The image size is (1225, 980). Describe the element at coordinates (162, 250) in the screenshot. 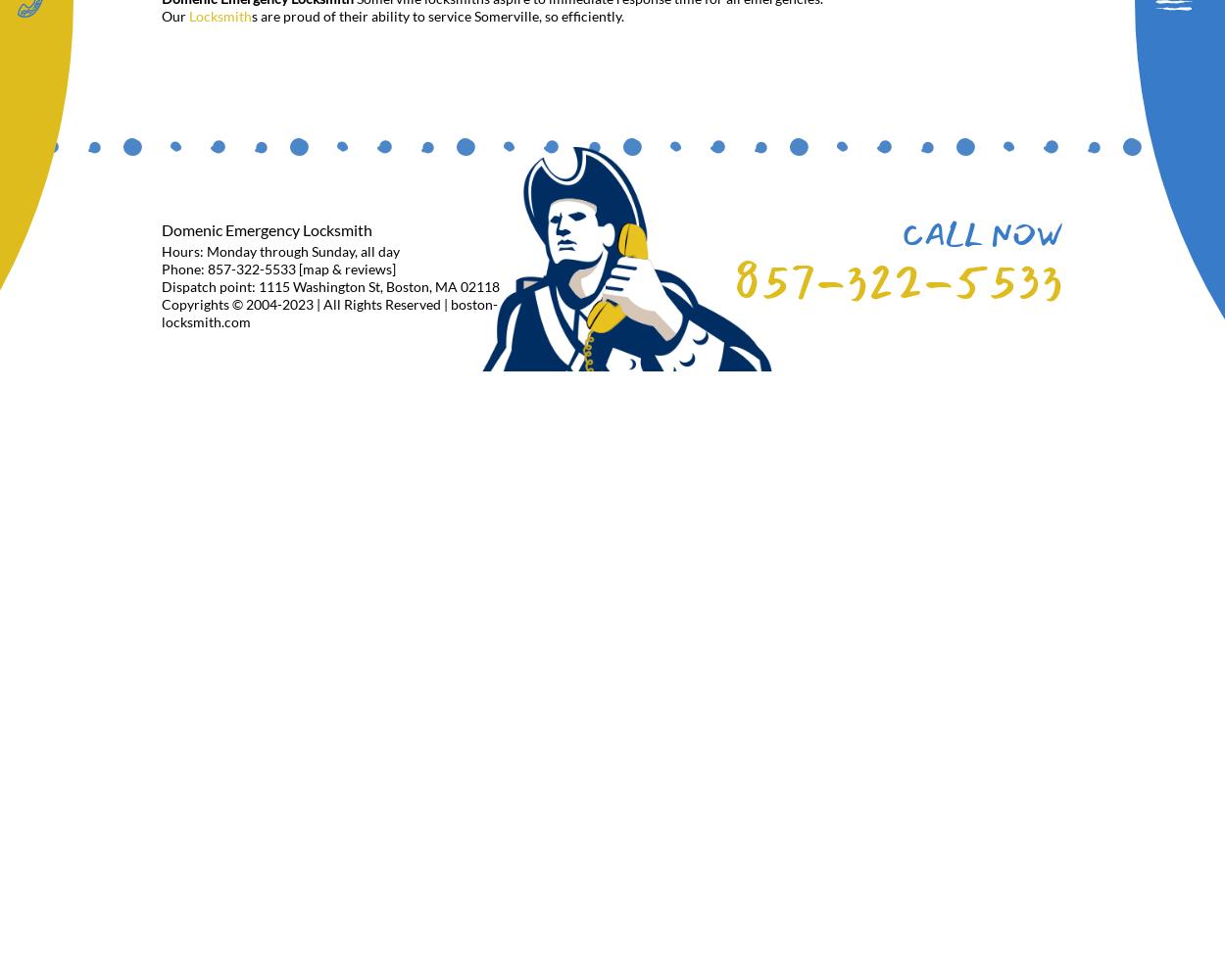

I see `'Hours: Monday through Sunday, all day'` at that location.